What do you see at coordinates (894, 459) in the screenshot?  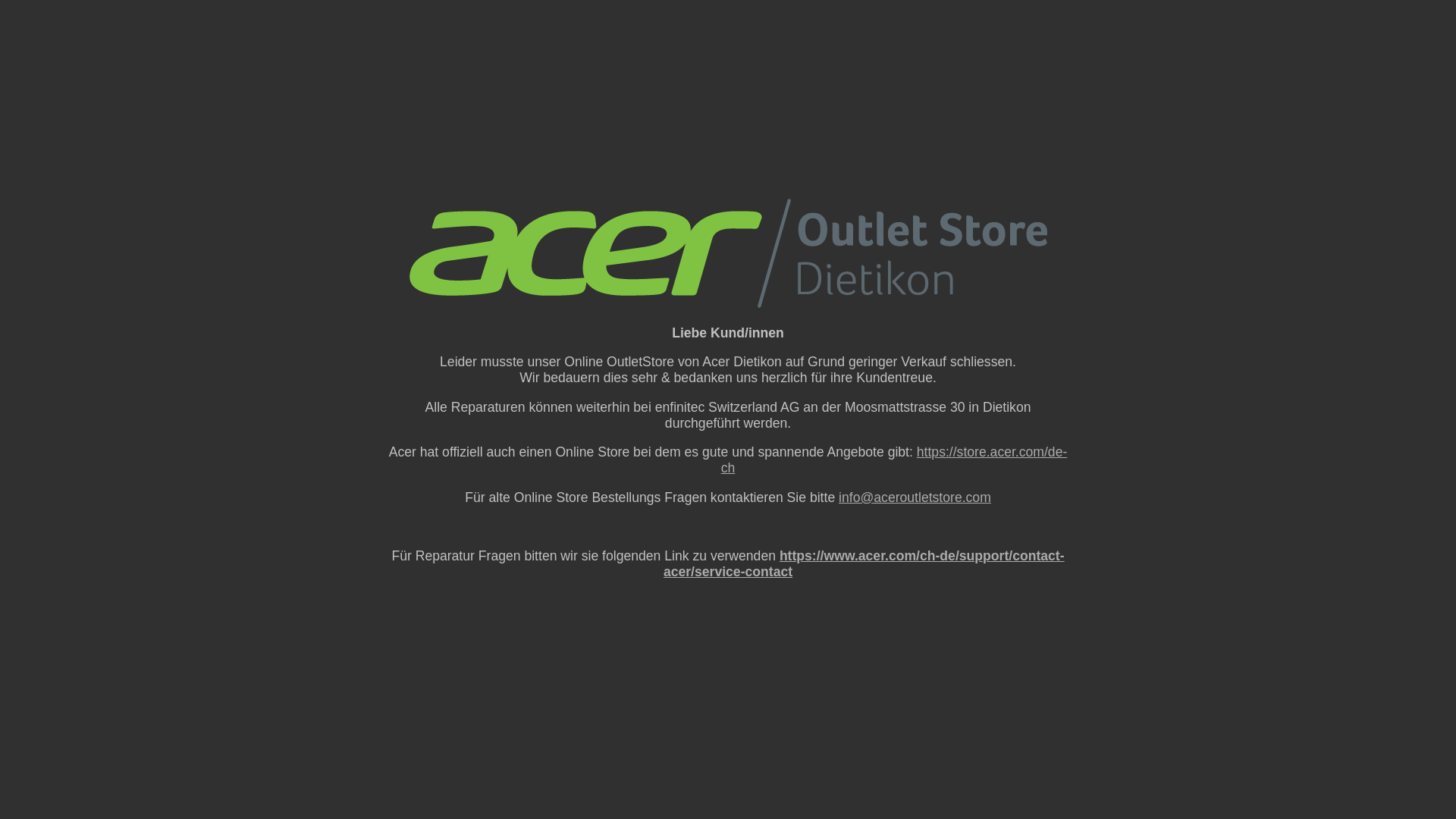 I see `'https://store.acer.com/de-ch'` at bounding box center [894, 459].